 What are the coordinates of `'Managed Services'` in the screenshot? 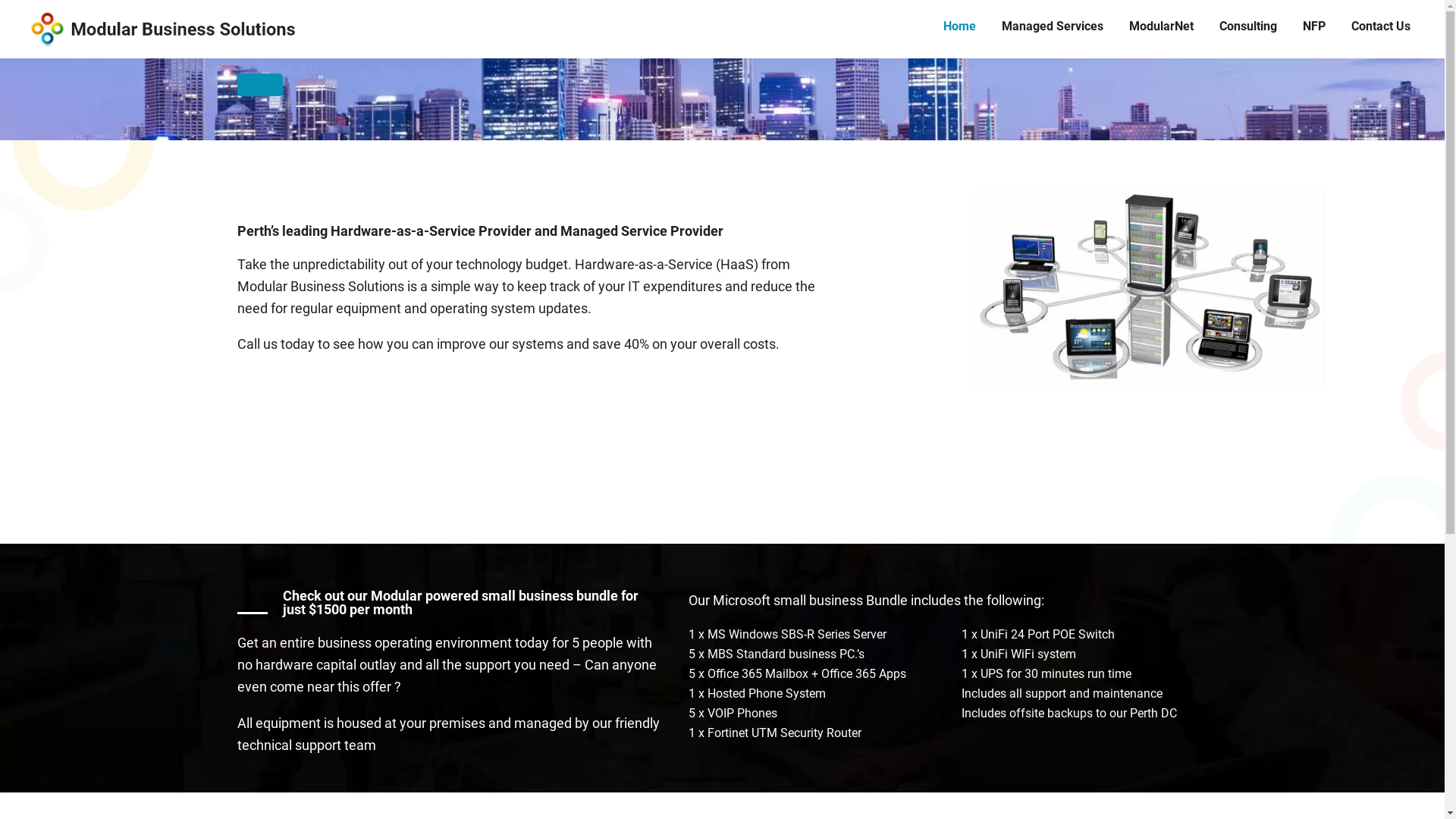 It's located at (1051, 26).